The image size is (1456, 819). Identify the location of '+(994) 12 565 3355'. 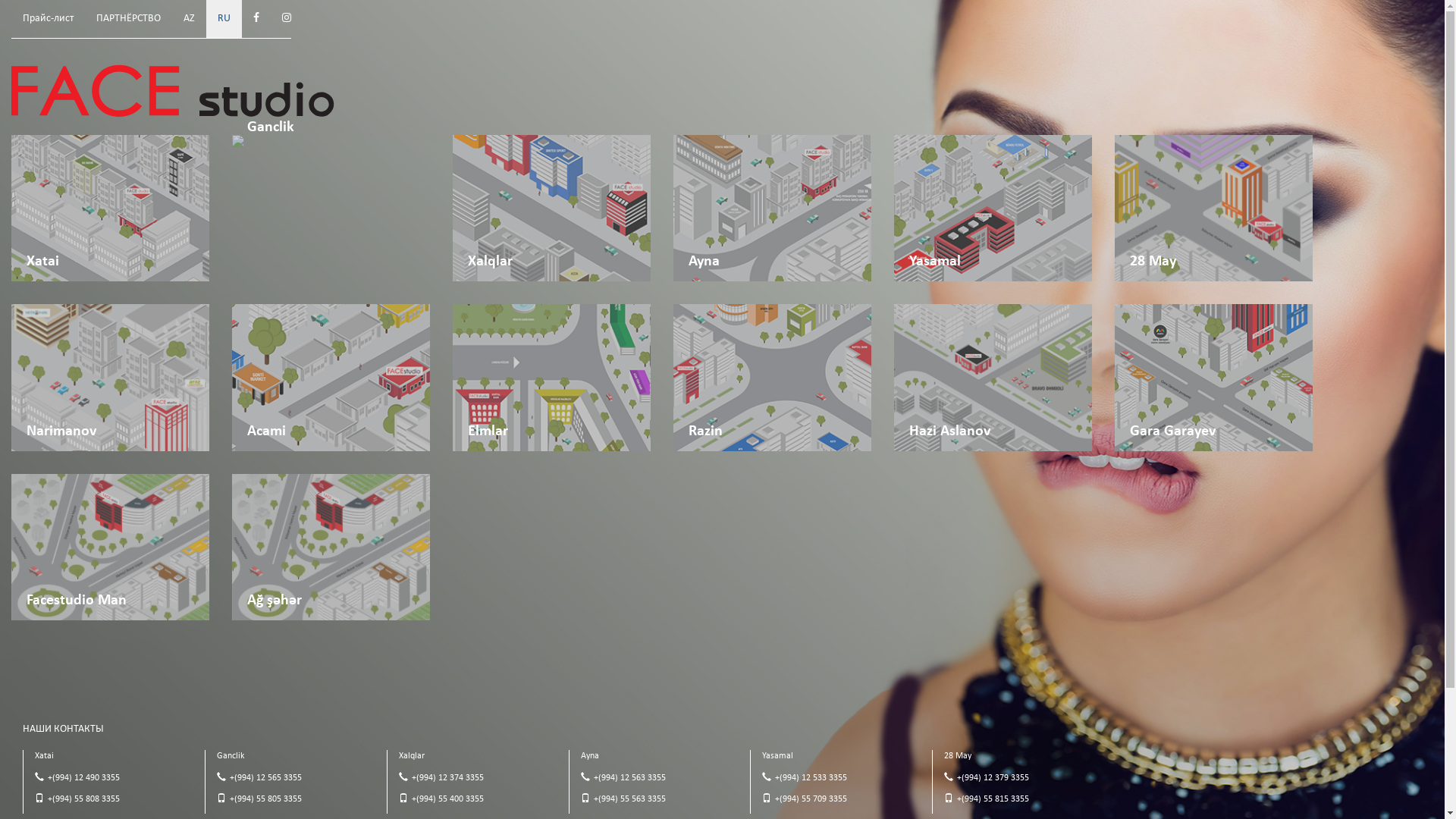
(265, 778).